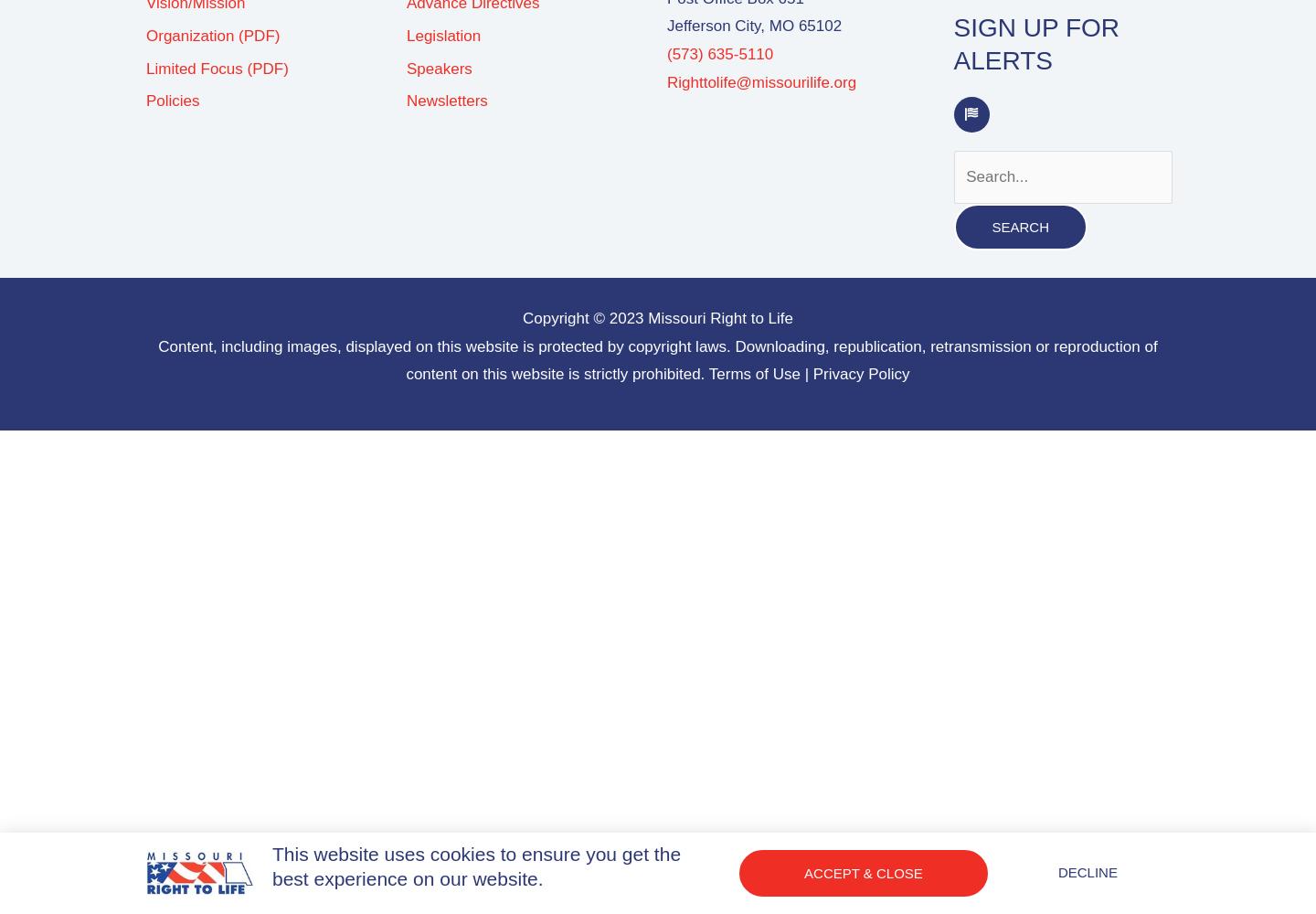  What do you see at coordinates (217, 67) in the screenshot?
I see `'Limited Focus (PDF)'` at bounding box center [217, 67].